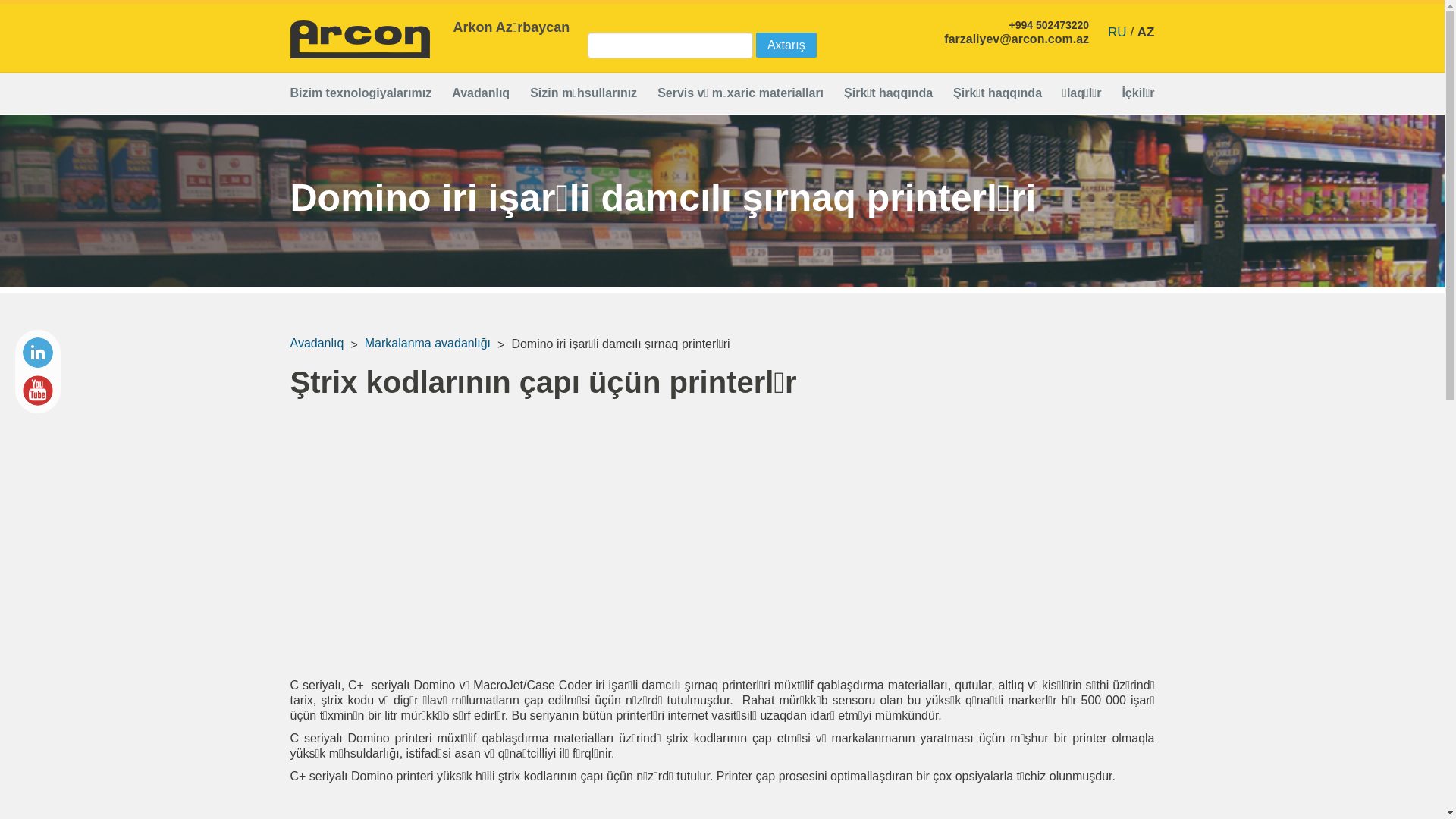 The image size is (1456, 819). Describe the element at coordinates (1117, 32) in the screenshot. I see `'RU'` at that location.